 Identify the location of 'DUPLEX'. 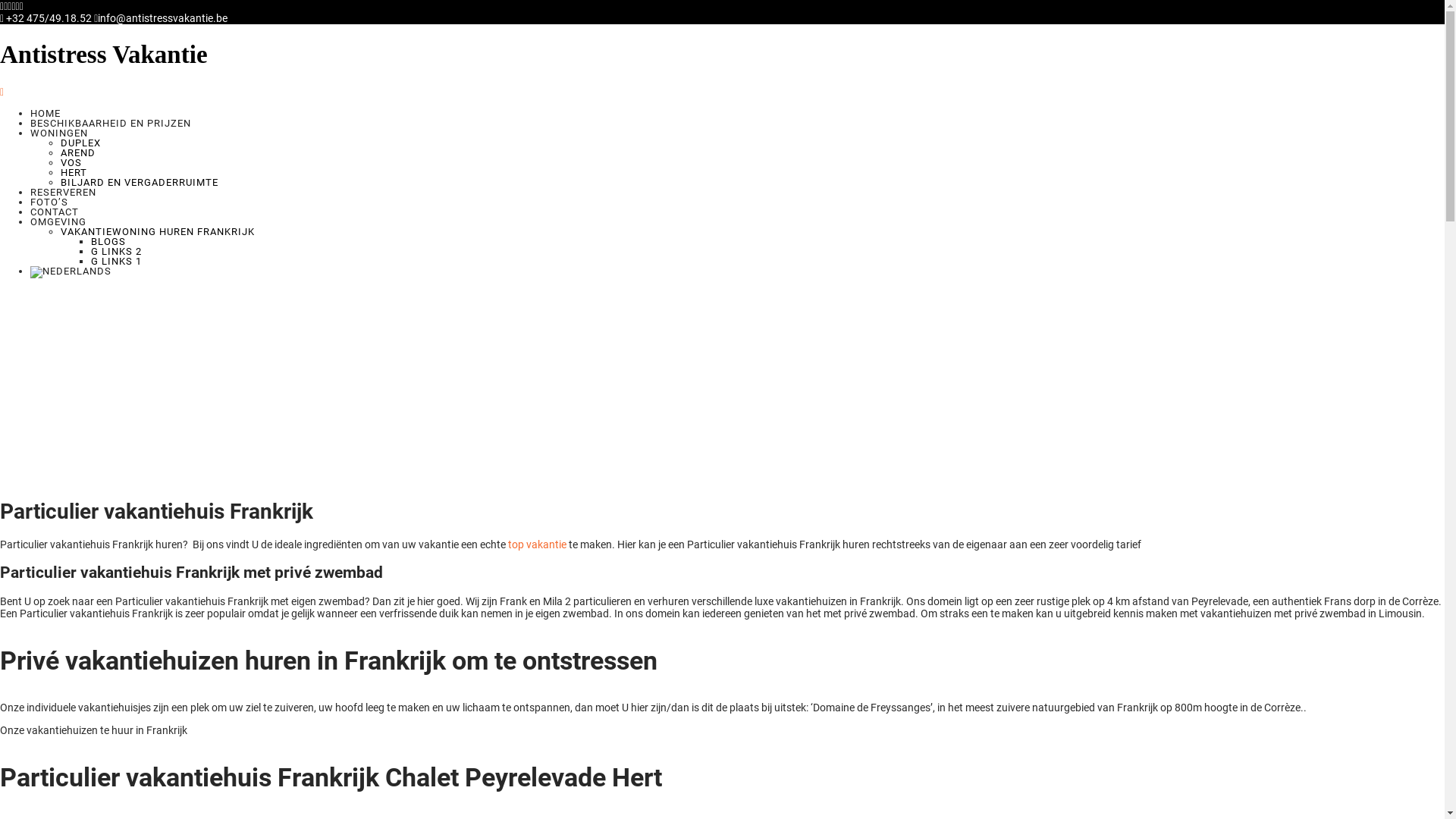
(61, 143).